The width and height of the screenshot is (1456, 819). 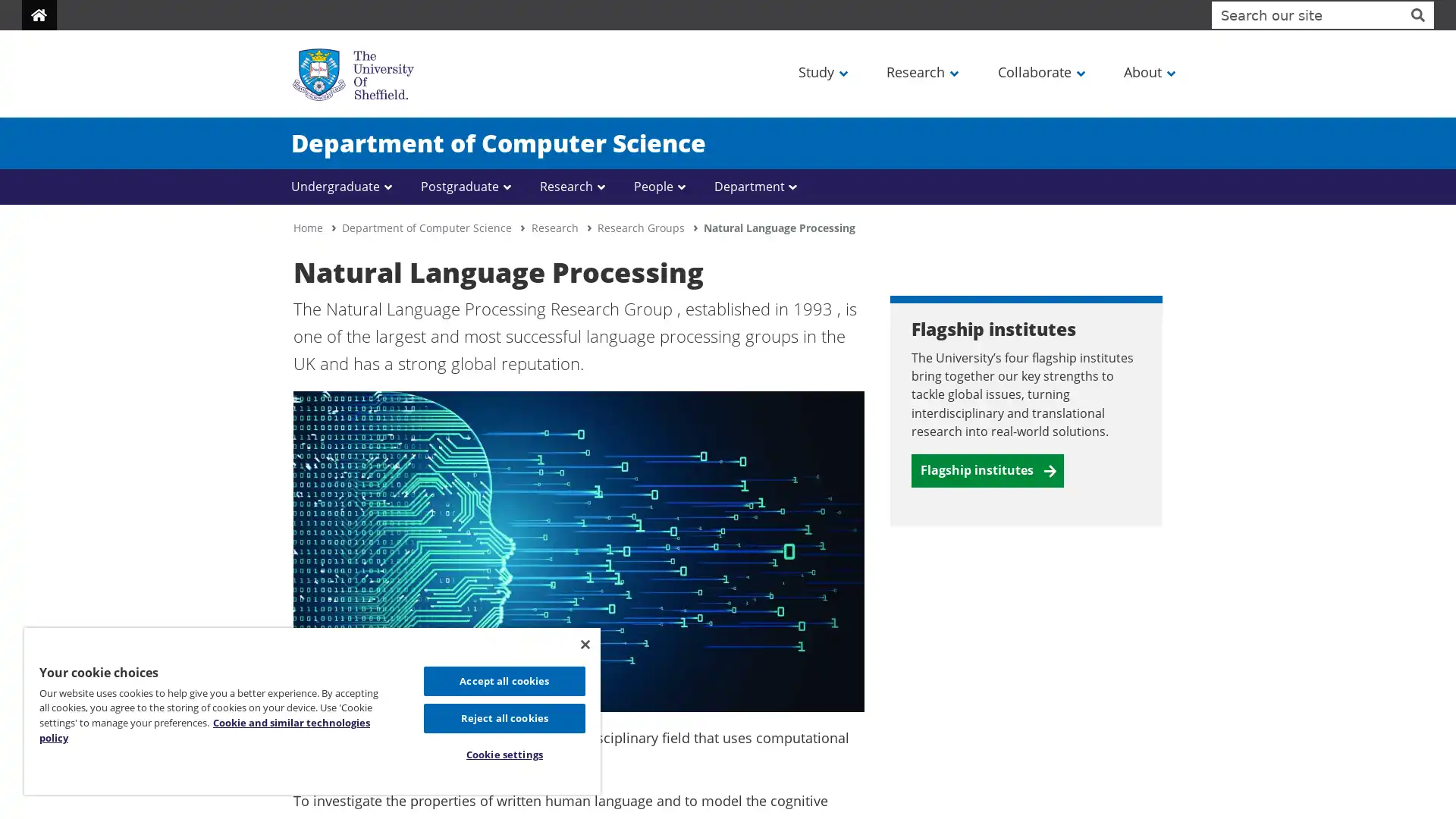 What do you see at coordinates (1417, 14) in the screenshot?
I see `Site search` at bounding box center [1417, 14].